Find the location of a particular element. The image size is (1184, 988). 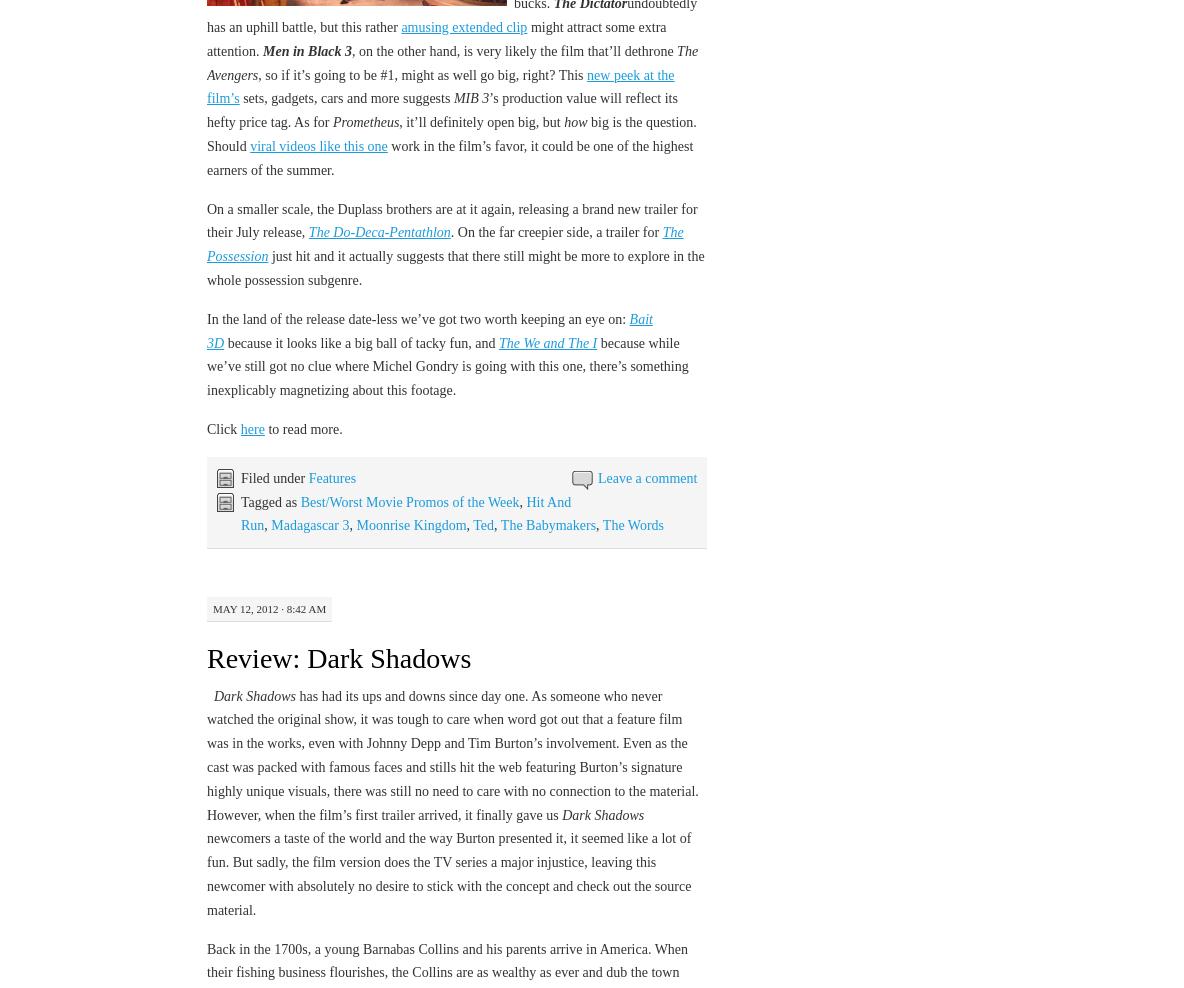

'because it looks like a big ball of tacky fun, and' is located at coordinates (360, 342).